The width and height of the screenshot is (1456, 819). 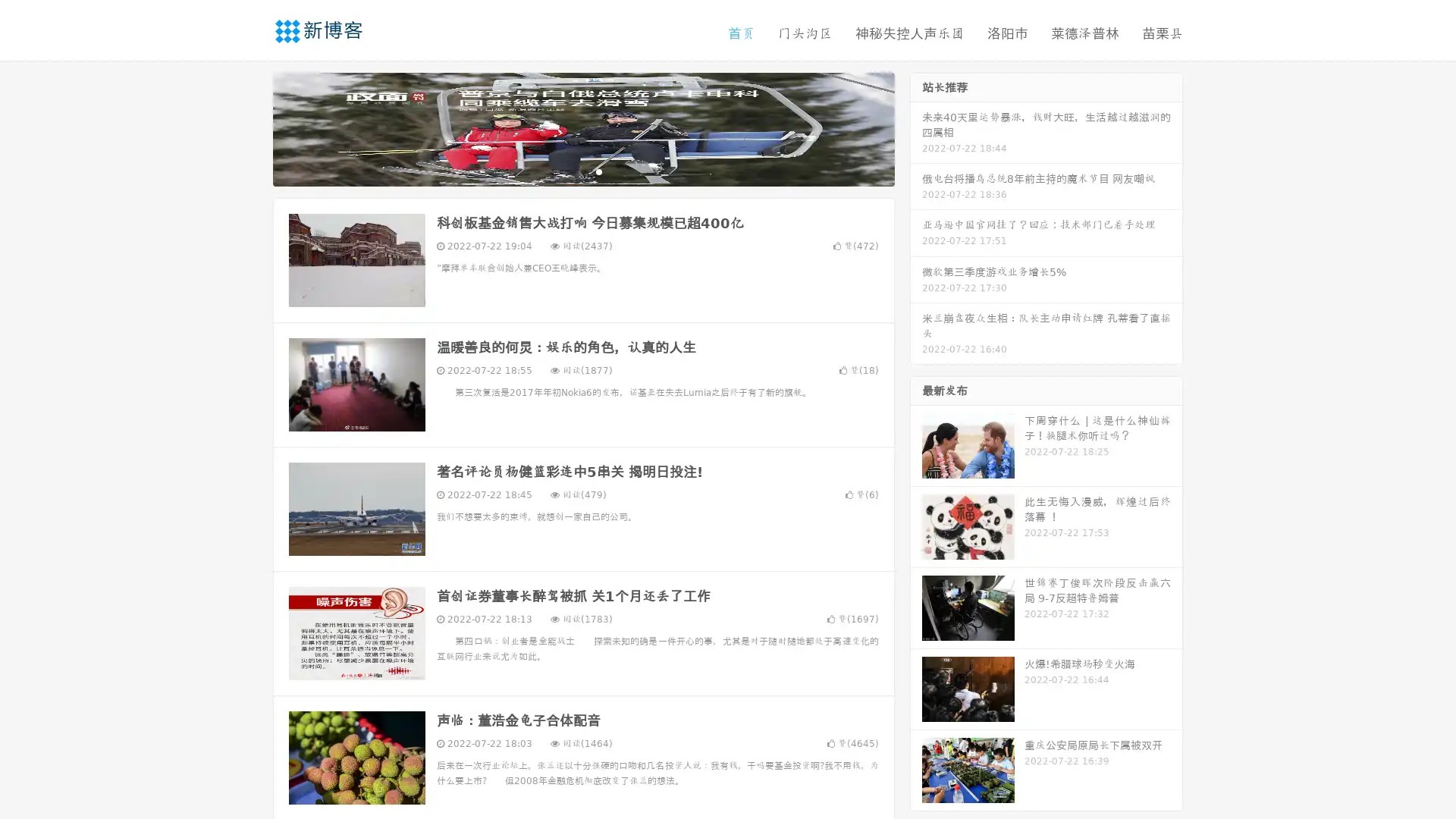 What do you see at coordinates (598, 171) in the screenshot?
I see `Go to slide 3` at bounding box center [598, 171].